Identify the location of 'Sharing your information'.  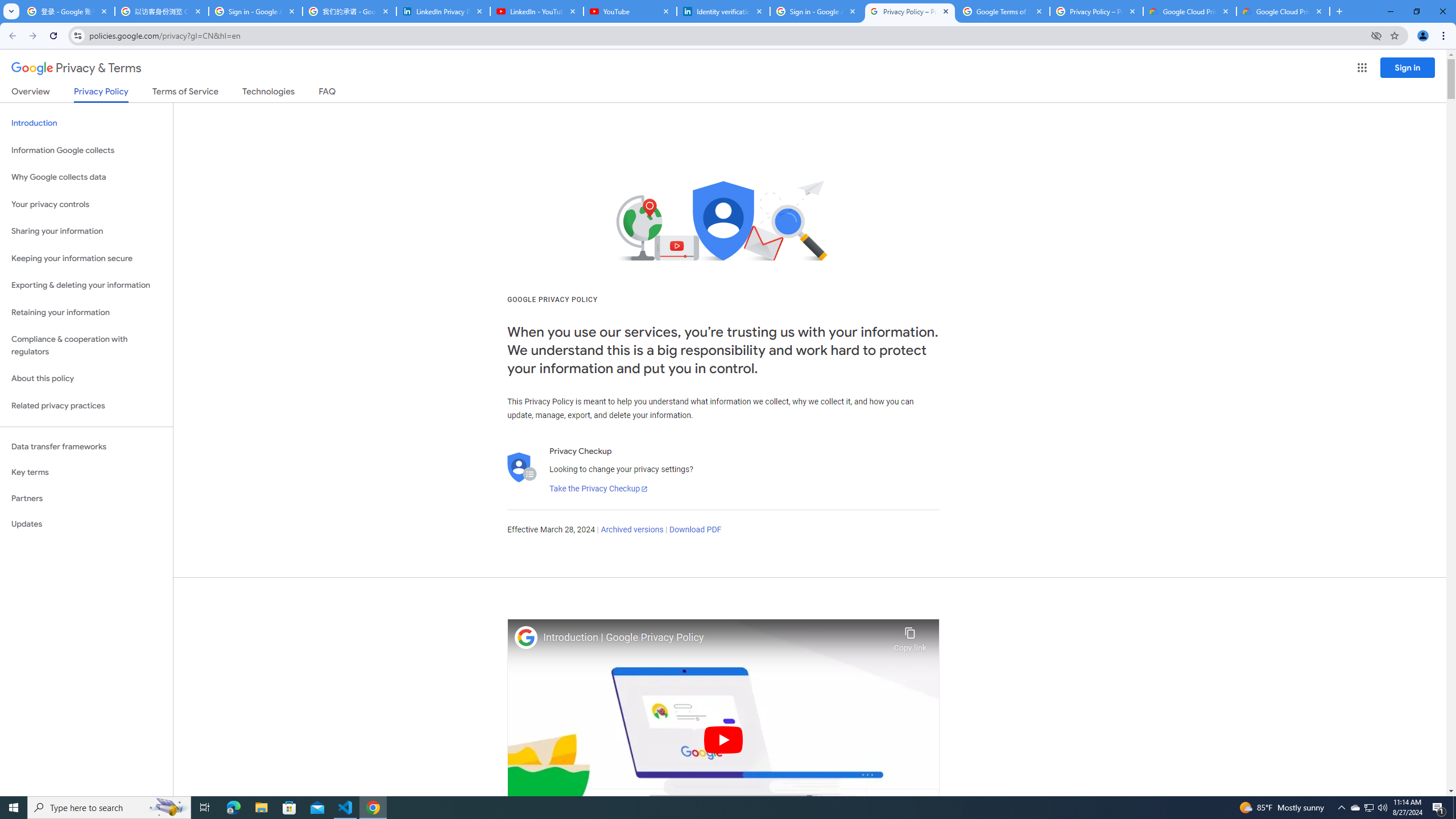
(86, 230).